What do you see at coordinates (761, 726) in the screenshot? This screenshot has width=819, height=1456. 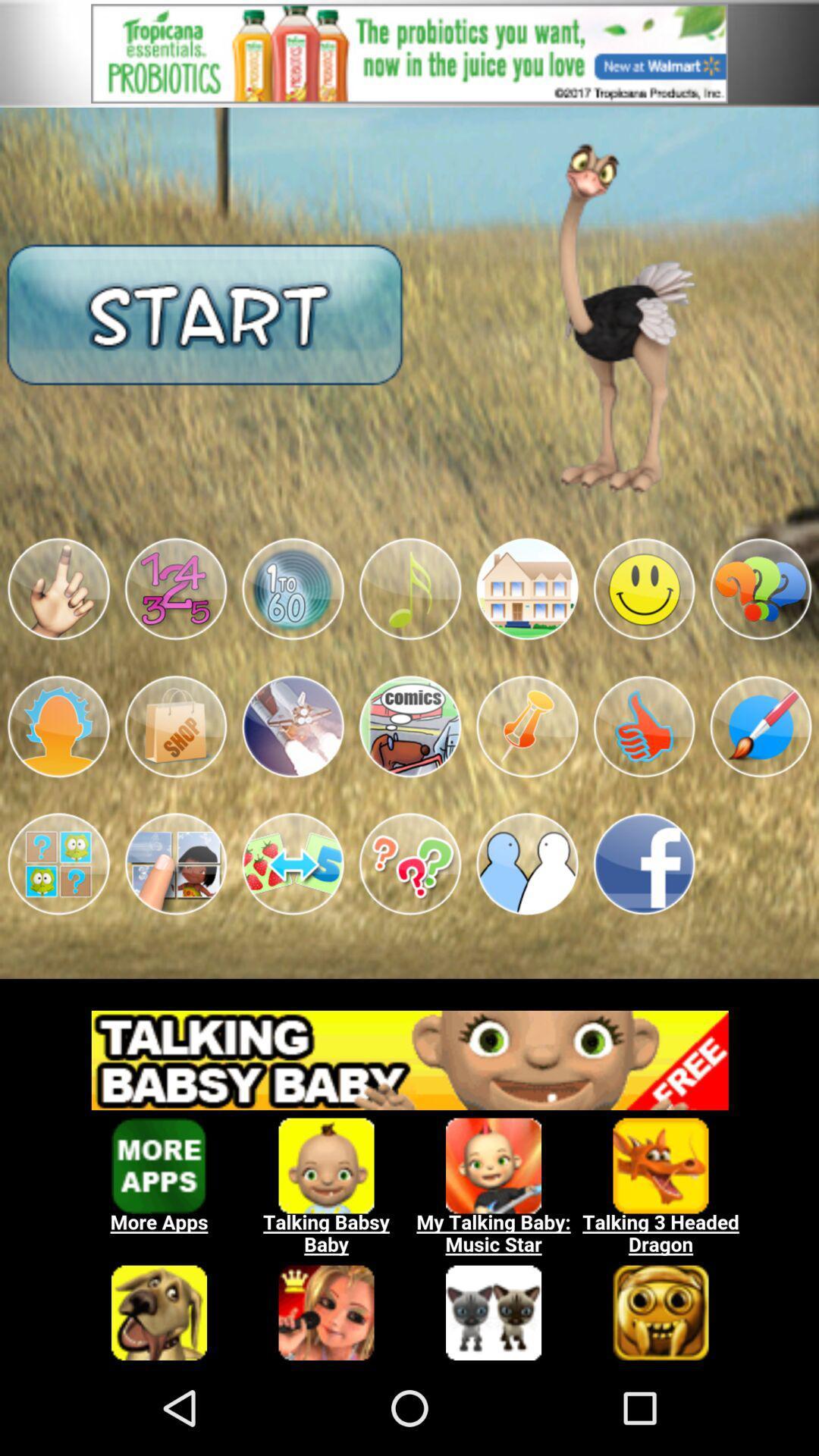 I see `shows brush icon` at bounding box center [761, 726].